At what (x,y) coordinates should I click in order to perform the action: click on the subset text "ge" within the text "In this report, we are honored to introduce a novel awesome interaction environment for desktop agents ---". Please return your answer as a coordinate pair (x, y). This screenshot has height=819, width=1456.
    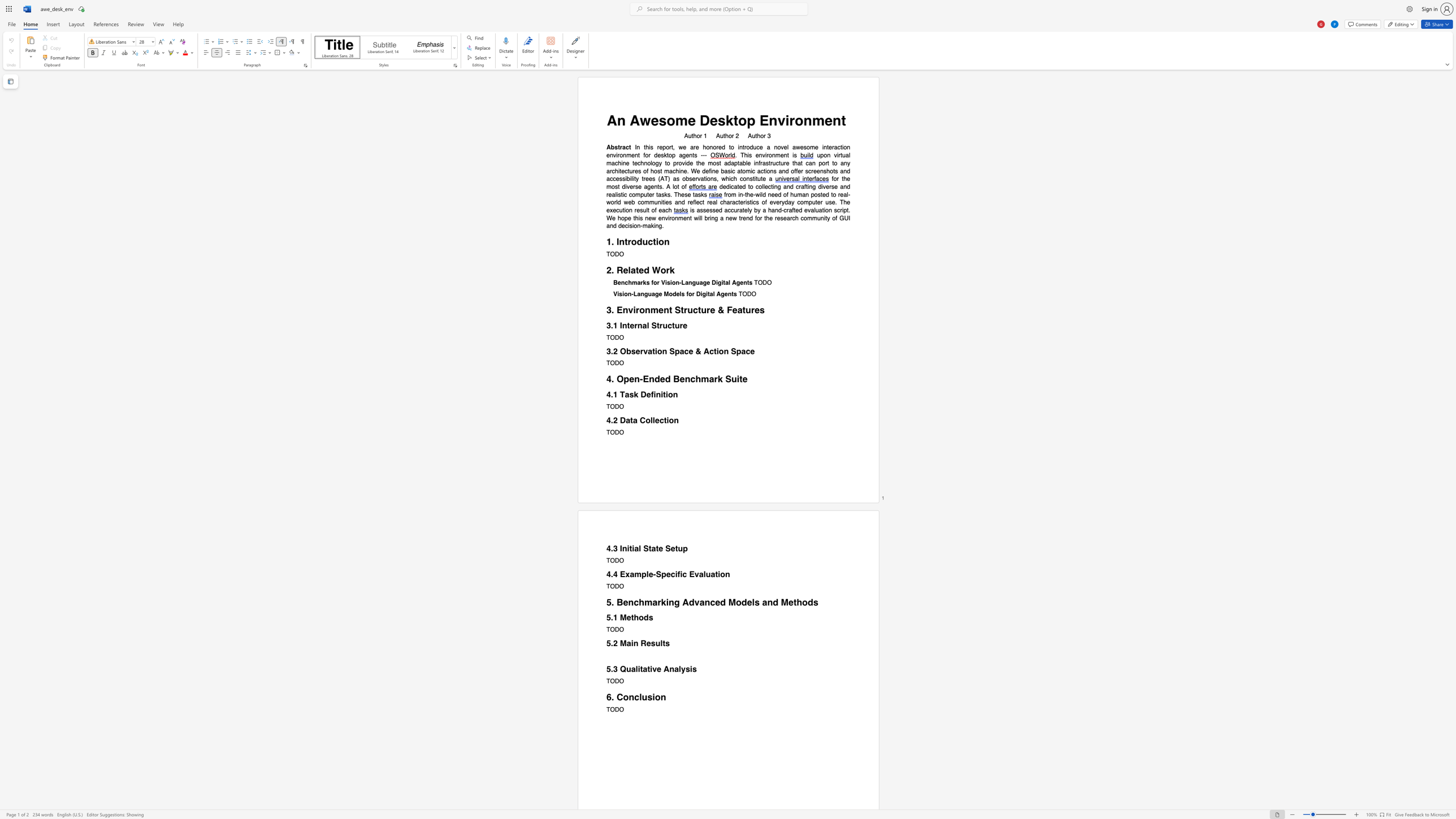
    Looking at the image, I should click on (682, 155).